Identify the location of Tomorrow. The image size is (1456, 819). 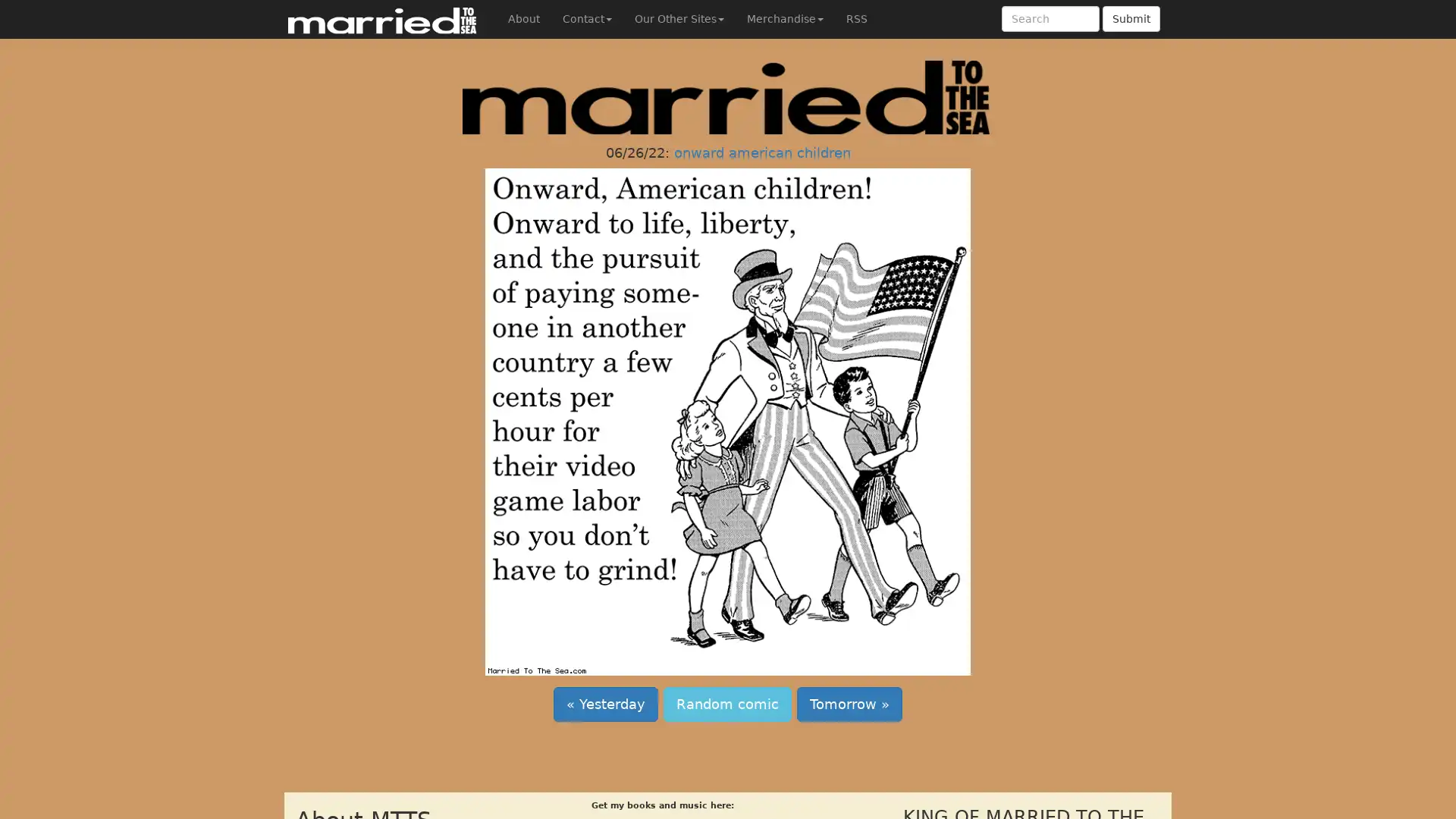
(849, 704).